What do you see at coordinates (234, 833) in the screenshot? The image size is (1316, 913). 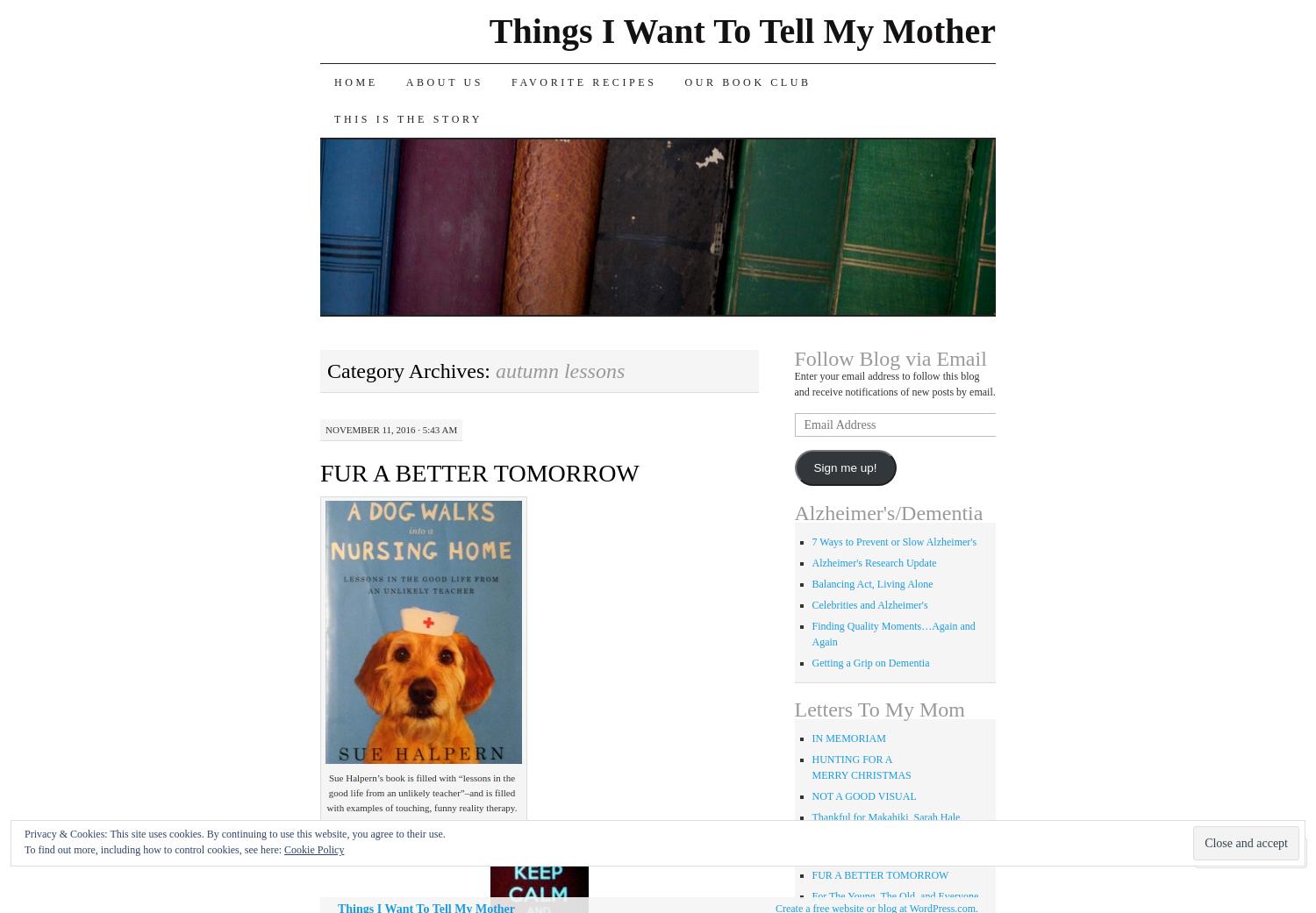 I see `'Privacy & Cookies: This site uses cookies. By continuing to use this website, you agree to their use.'` at bounding box center [234, 833].